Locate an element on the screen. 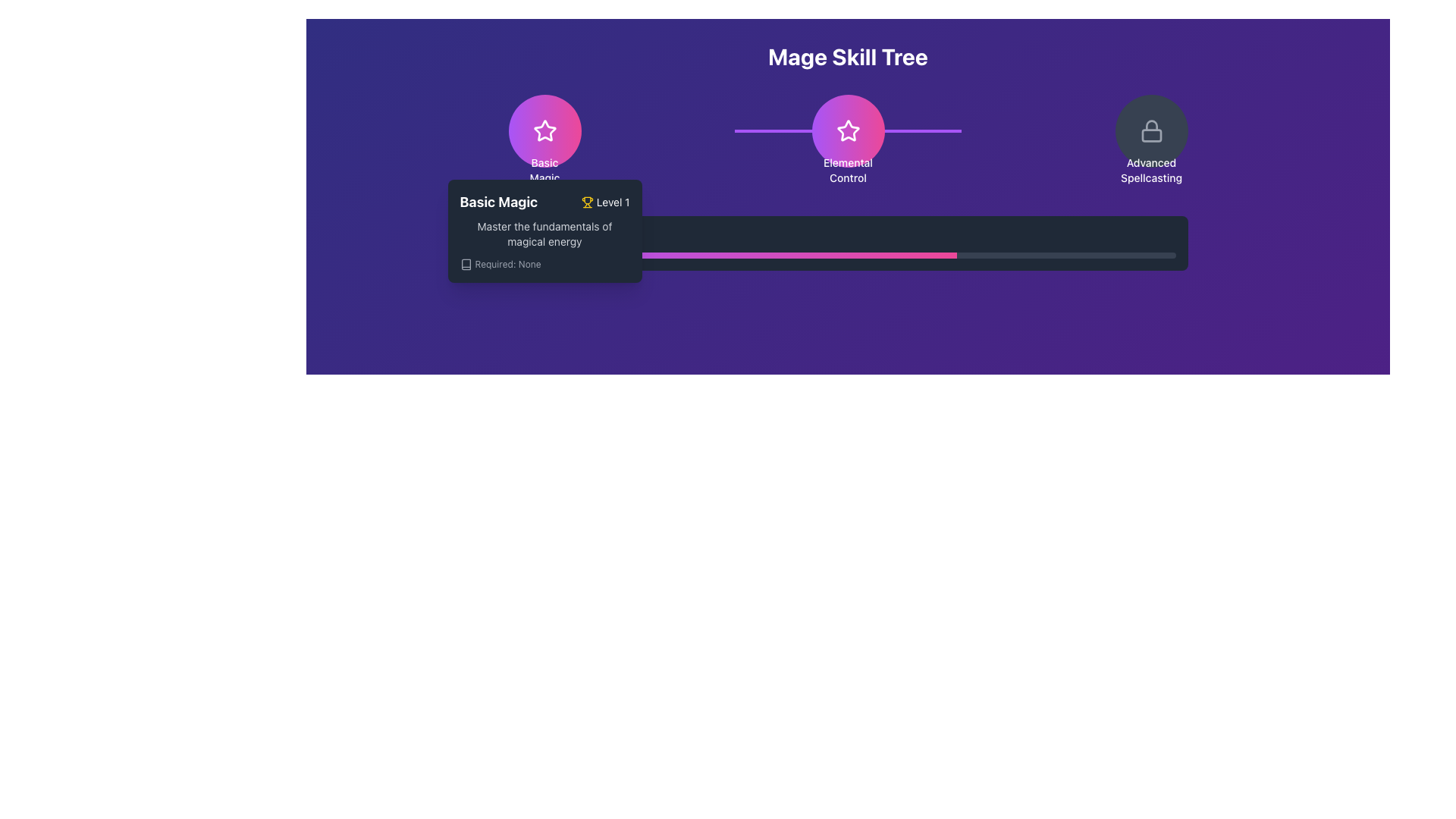  white outlined star icon within the circular gradient background of the 'Basic Magic' module located in the top-left section of the view is located at coordinates (544, 130).